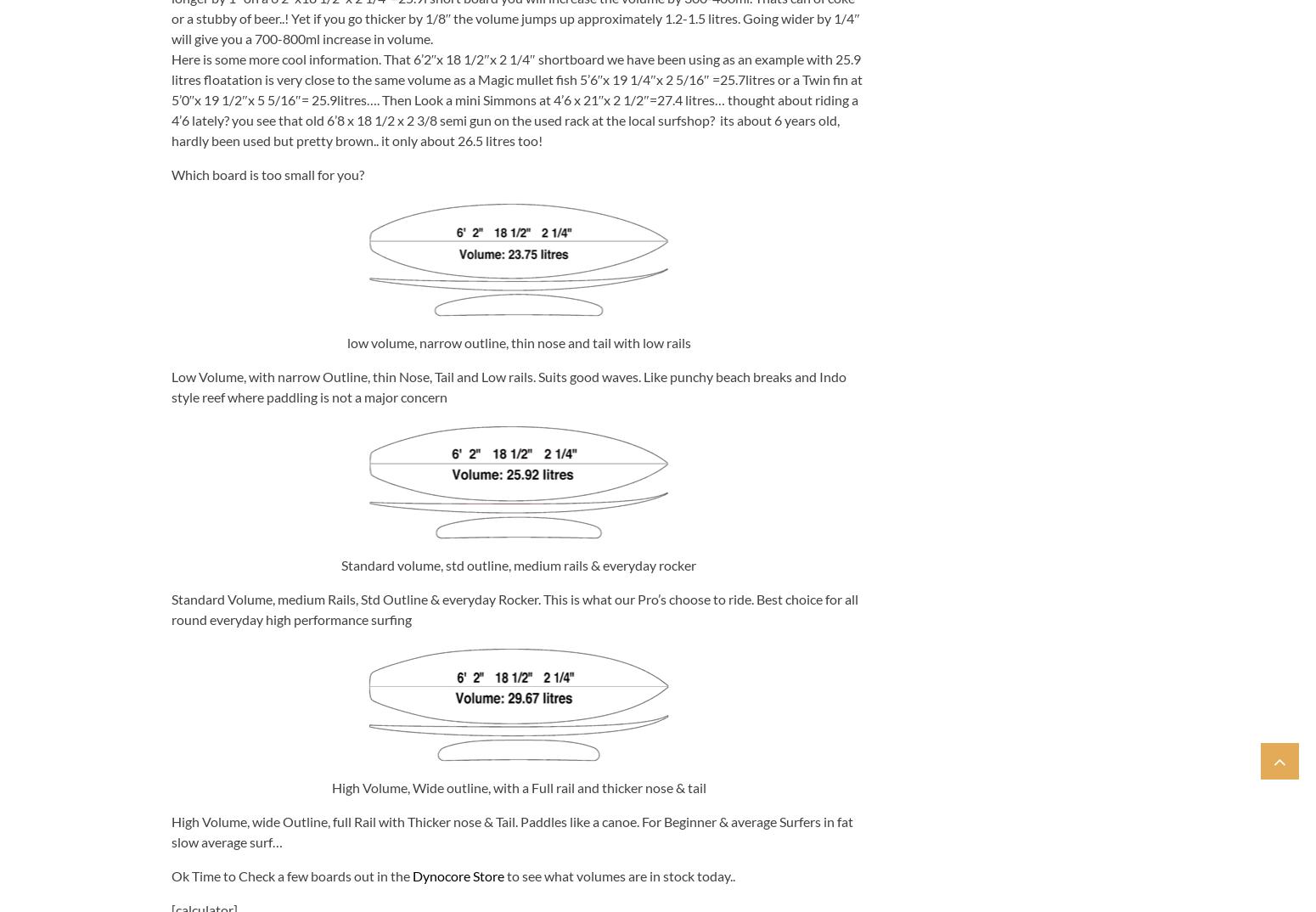 The image size is (1316, 912). Describe the element at coordinates (341, 563) in the screenshot. I see `'Standard volume, std outline, medium rails & everyday rocker'` at that location.